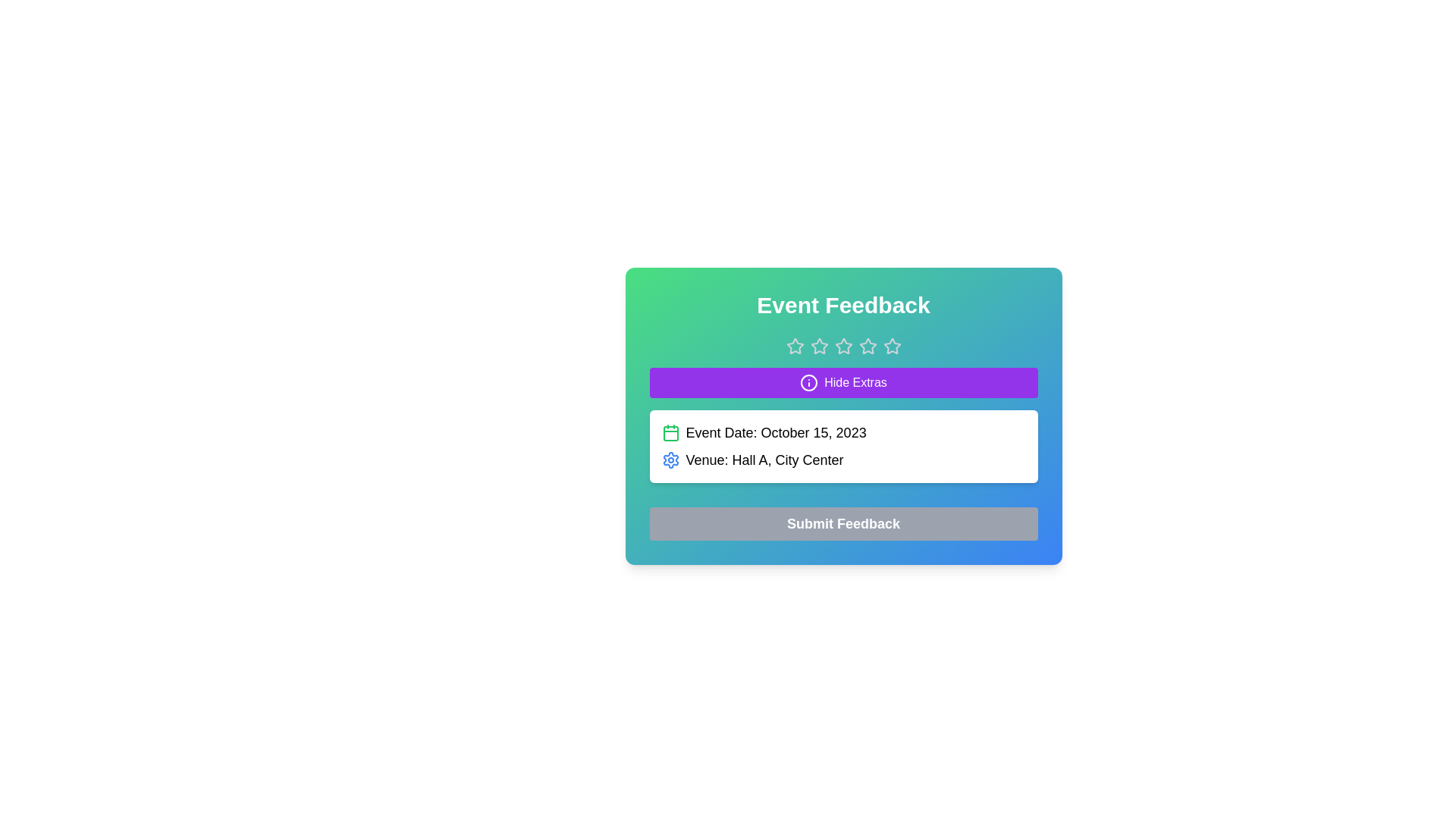 Image resolution: width=1456 pixels, height=819 pixels. What do you see at coordinates (843, 382) in the screenshot?
I see `the 'Hide Extras' button to toggle the visibility of extra event details` at bounding box center [843, 382].